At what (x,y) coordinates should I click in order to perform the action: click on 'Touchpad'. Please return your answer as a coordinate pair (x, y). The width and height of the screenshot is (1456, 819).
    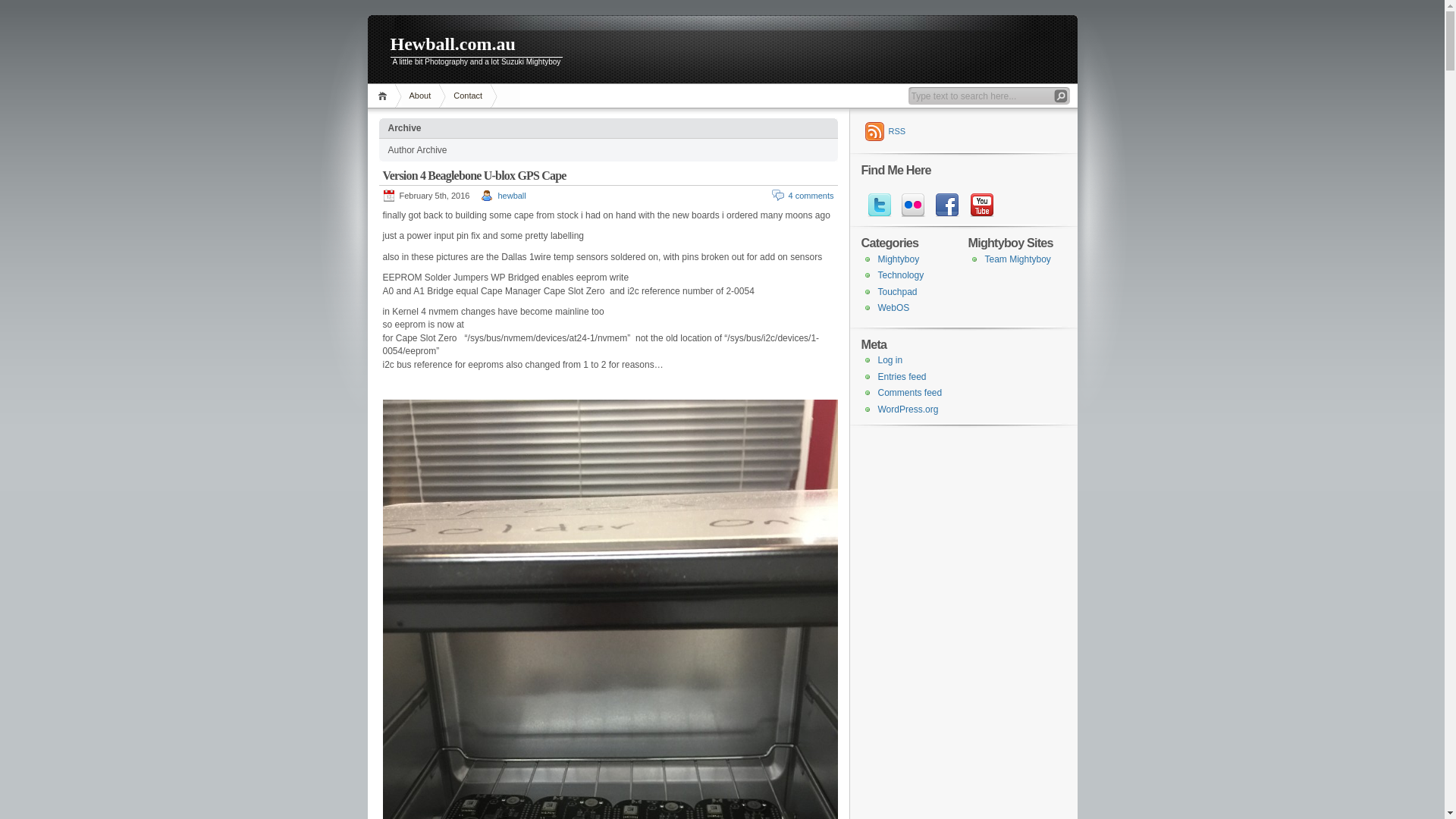
    Looking at the image, I should click on (898, 292).